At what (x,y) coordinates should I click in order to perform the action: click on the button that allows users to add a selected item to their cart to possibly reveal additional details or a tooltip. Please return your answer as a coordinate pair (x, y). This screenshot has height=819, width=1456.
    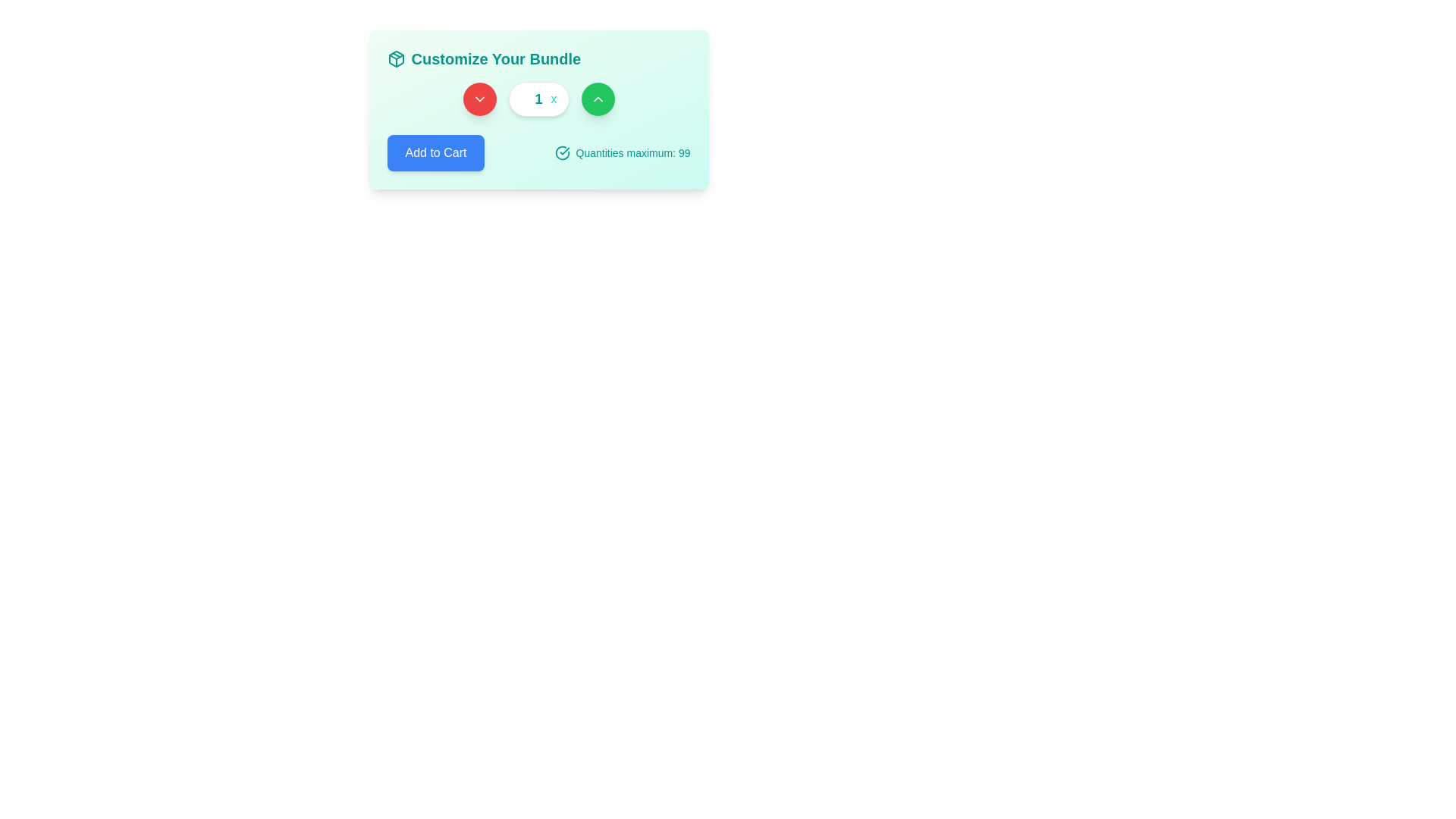
    Looking at the image, I should click on (435, 152).